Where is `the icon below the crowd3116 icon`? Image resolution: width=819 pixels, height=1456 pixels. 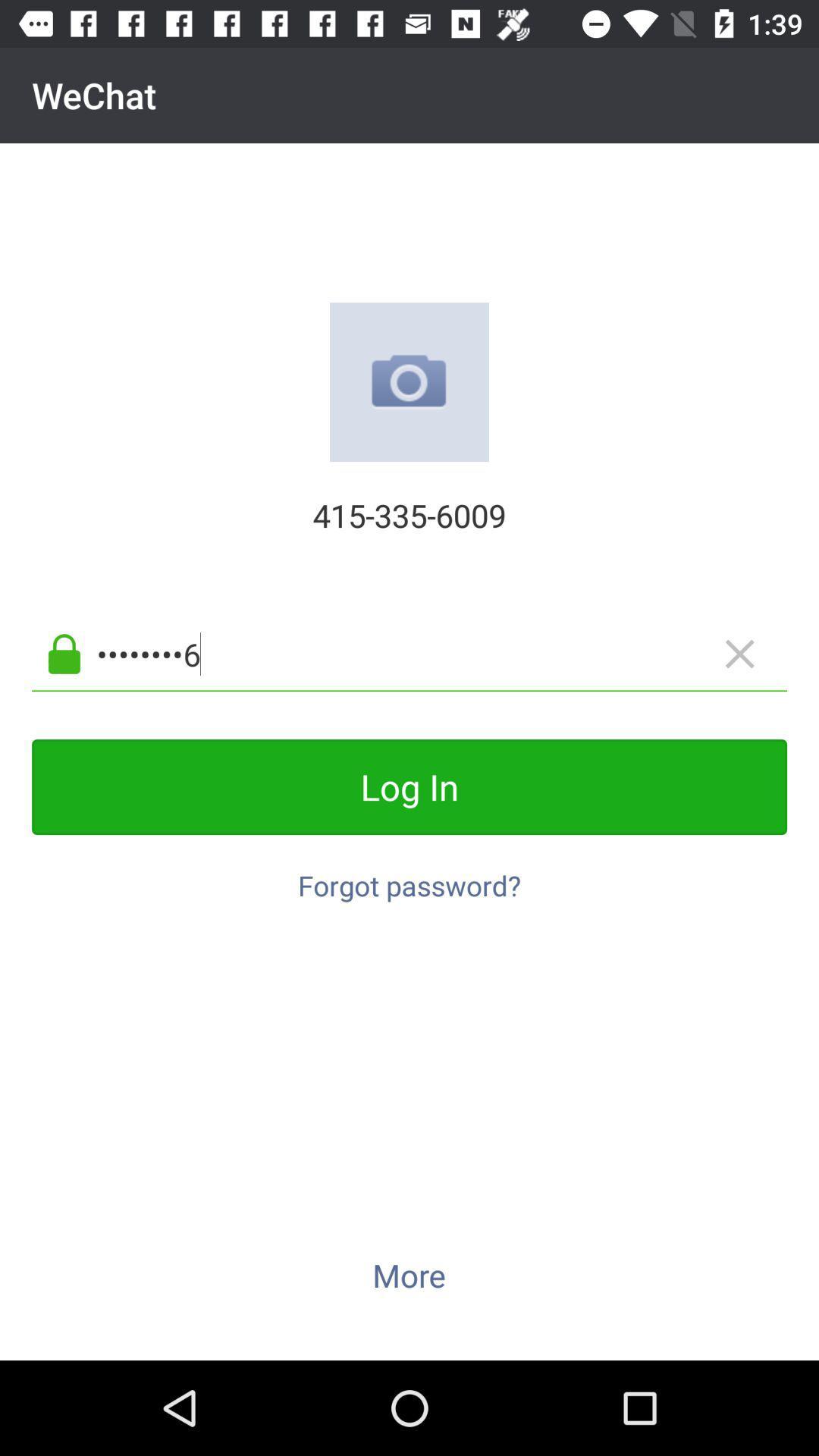 the icon below the crowd3116 icon is located at coordinates (409, 786).